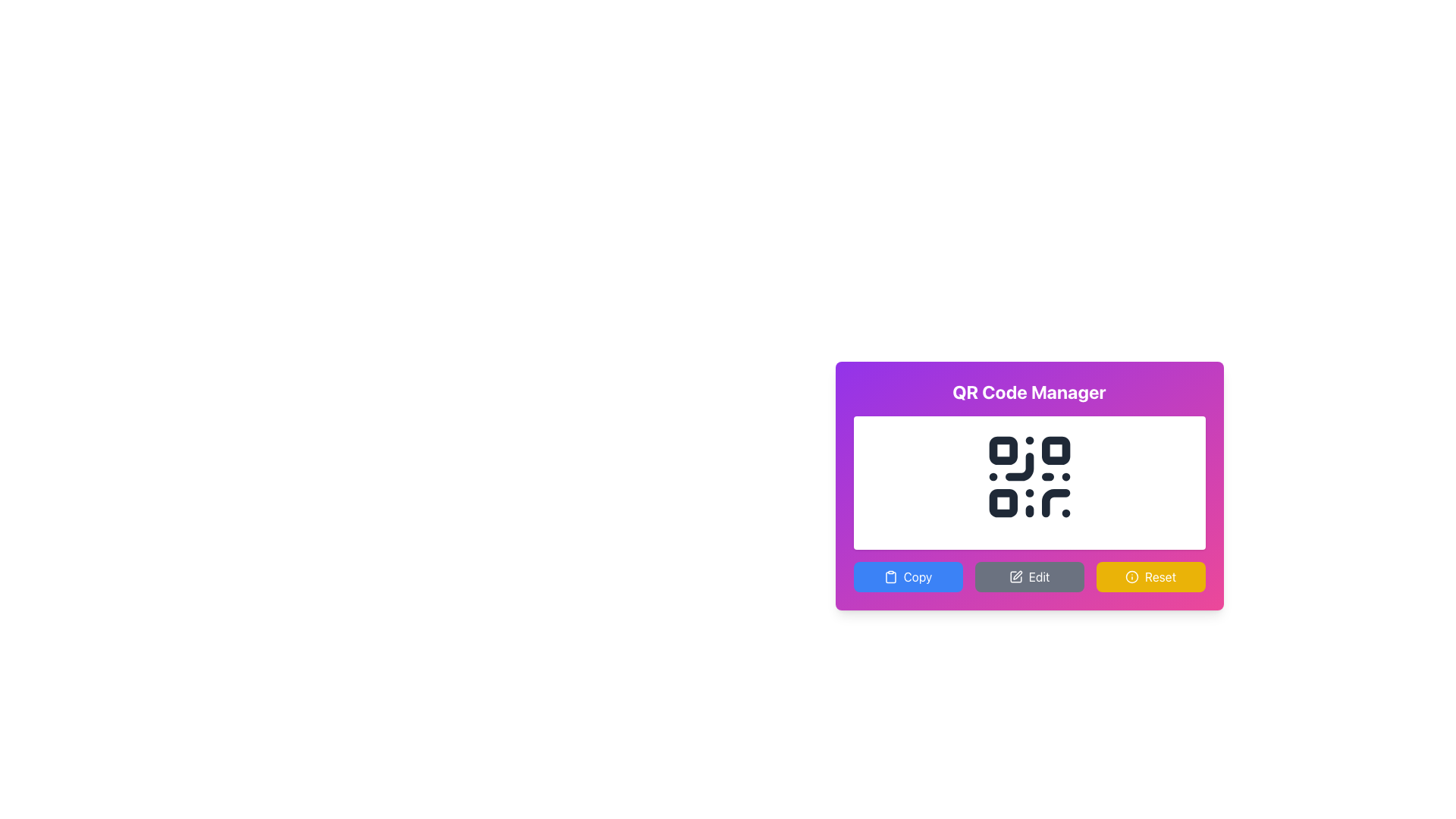  Describe the element at coordinates (1003, 503) in the screenshot. I see `the small square with a rounded-corner border located in the lower-left corner of the three squares in the QR code layout` at that location.